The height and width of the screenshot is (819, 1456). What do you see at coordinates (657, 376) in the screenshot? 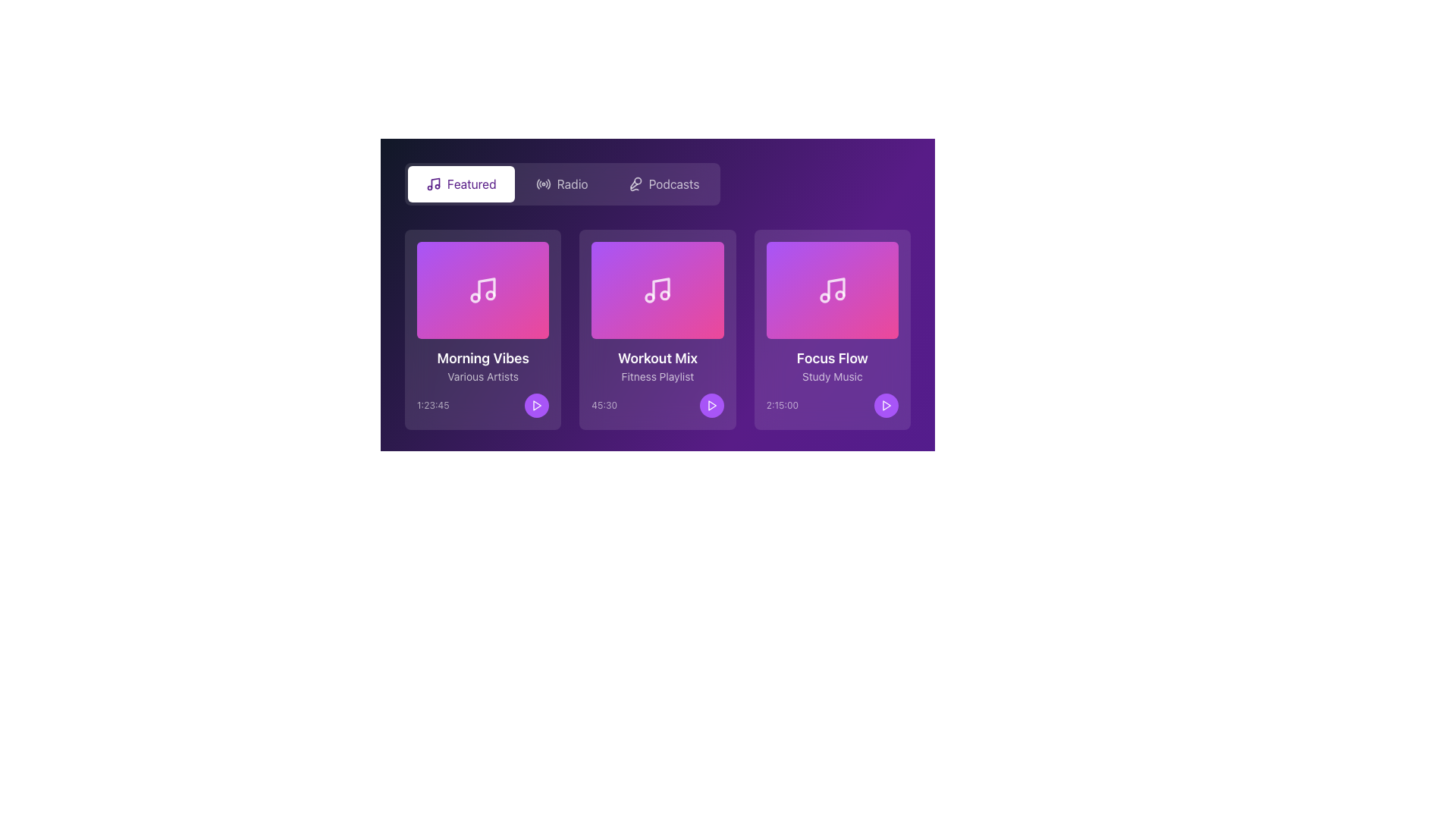
I see `text label indicating the type or category of the playlist located beneath the 'Workout Mix' text in the center card of the horizontal card list` at bounding box center [657, 376].